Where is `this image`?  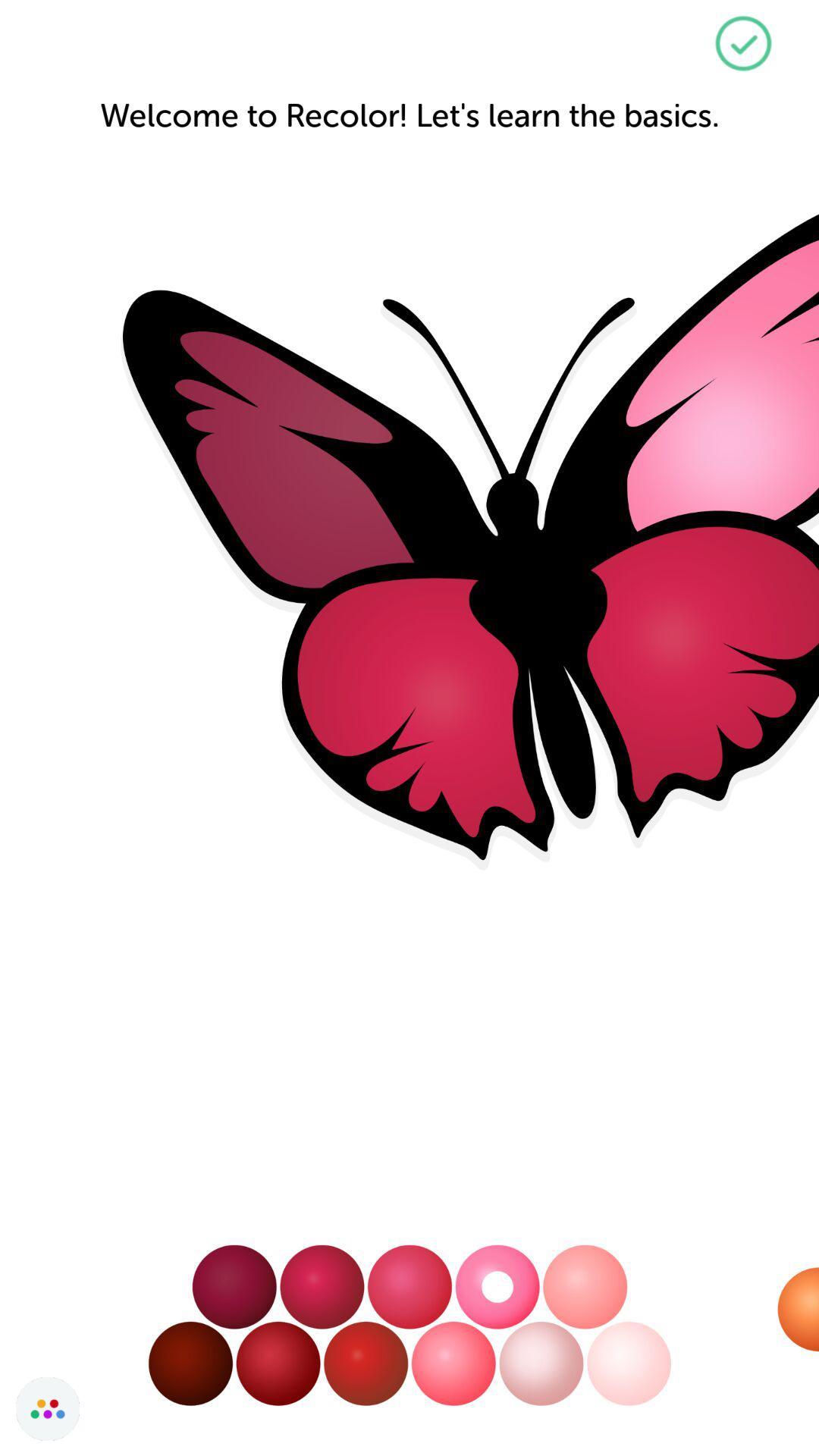
this image is located at coordinates (742, 43).